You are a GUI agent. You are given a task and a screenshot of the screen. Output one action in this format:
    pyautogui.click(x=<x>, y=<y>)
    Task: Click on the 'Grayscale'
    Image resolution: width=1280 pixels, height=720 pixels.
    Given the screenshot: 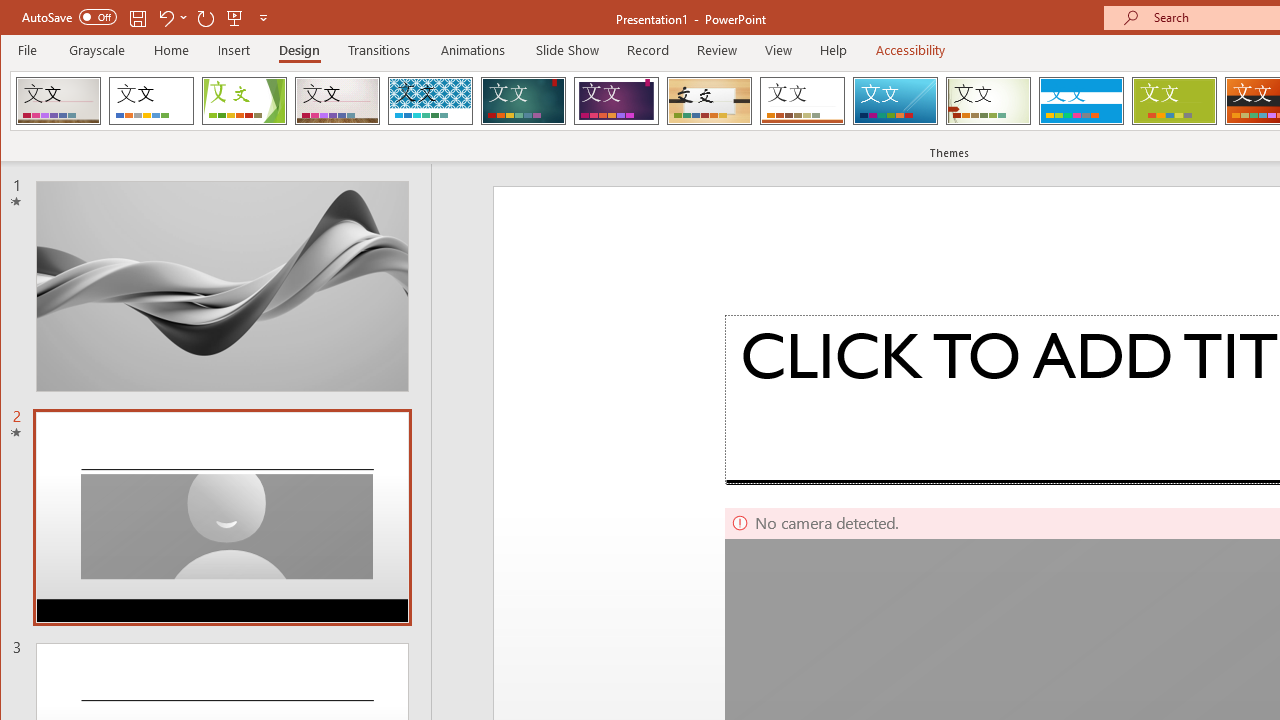 What is the action you would take?
    pyautogui.click(x=96, y=49)
    